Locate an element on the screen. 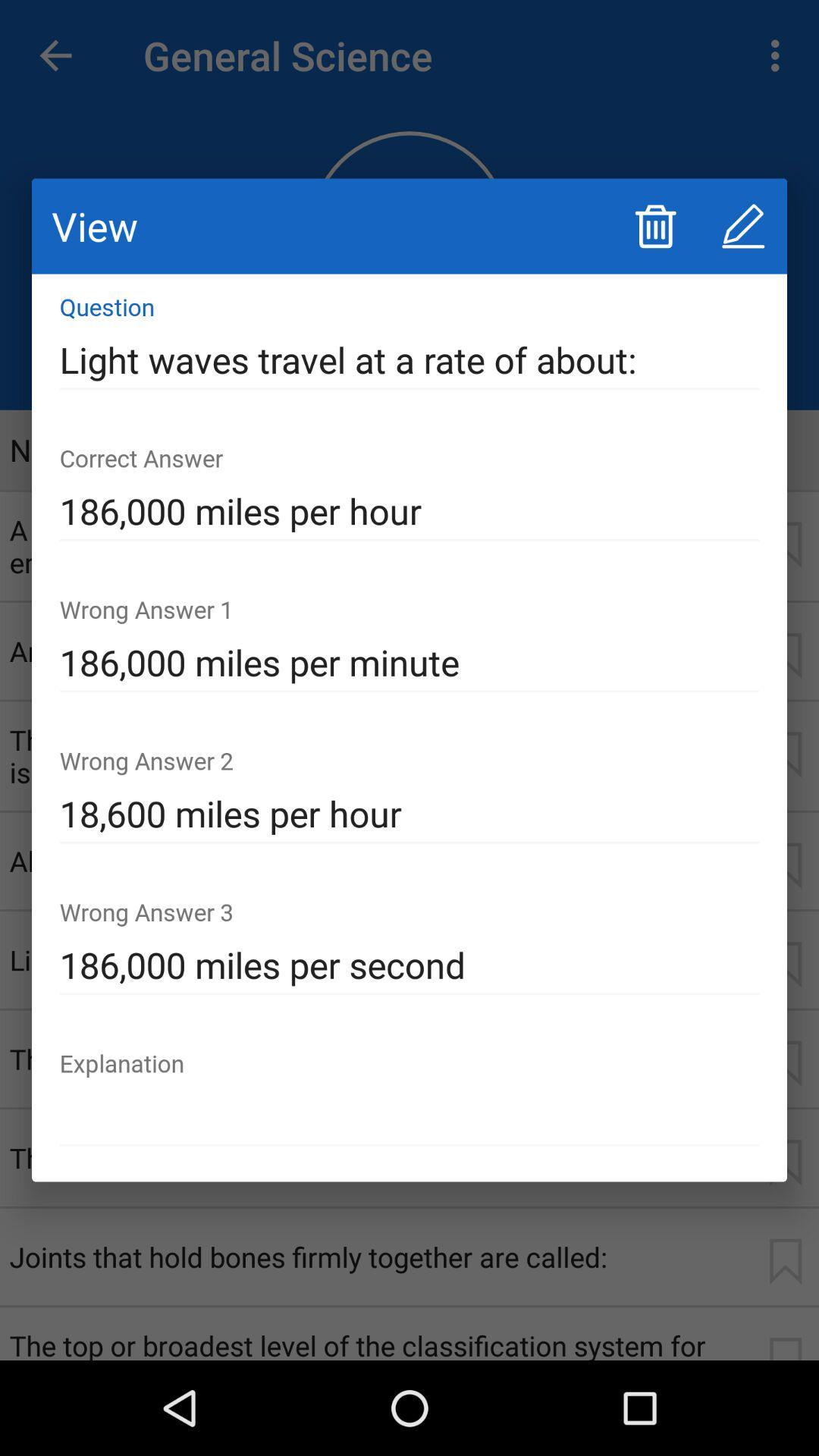  icon above light waves travel icon is located at coordinates (742, 225).